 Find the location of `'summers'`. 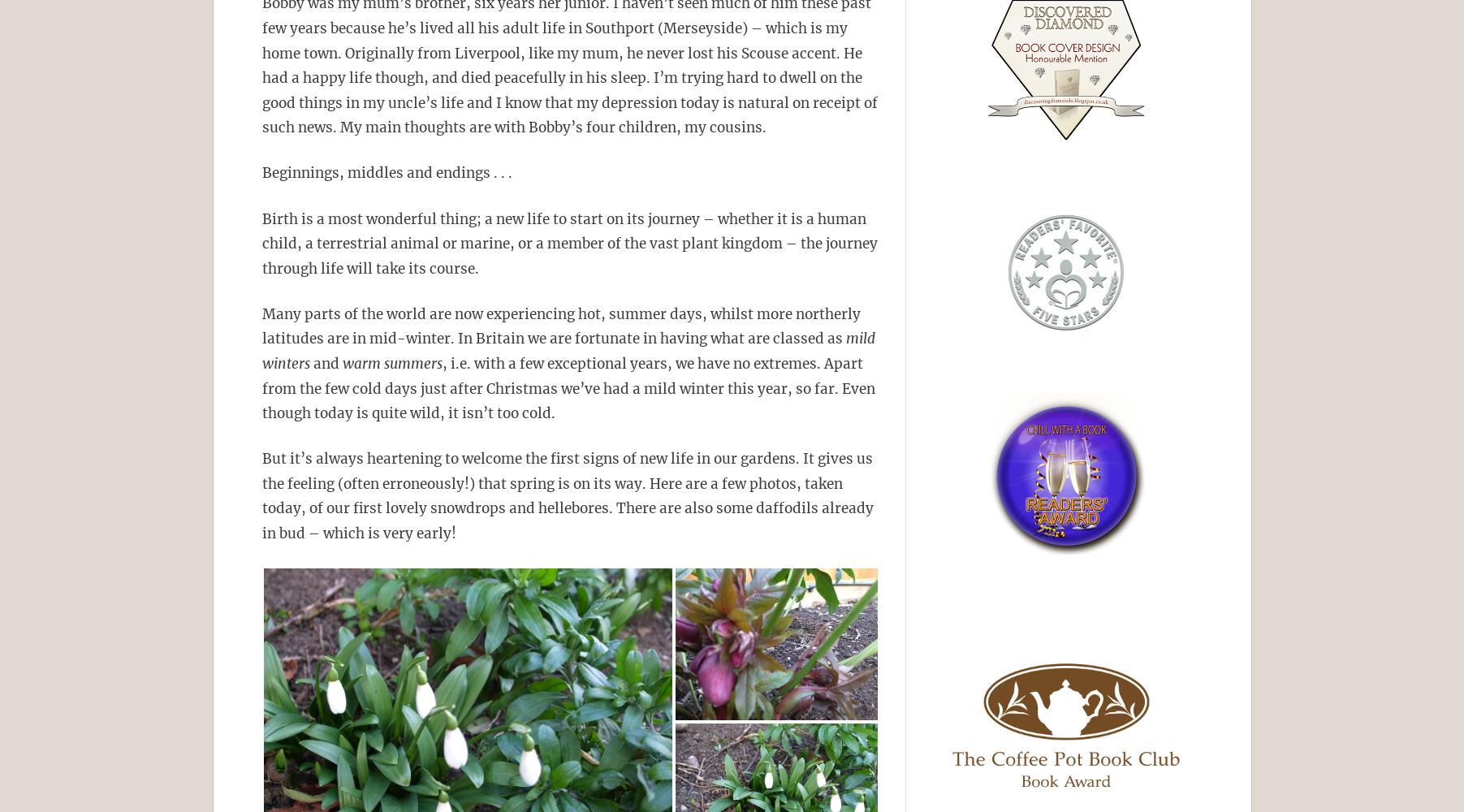

'summers' is located at coordinates (412, 363).